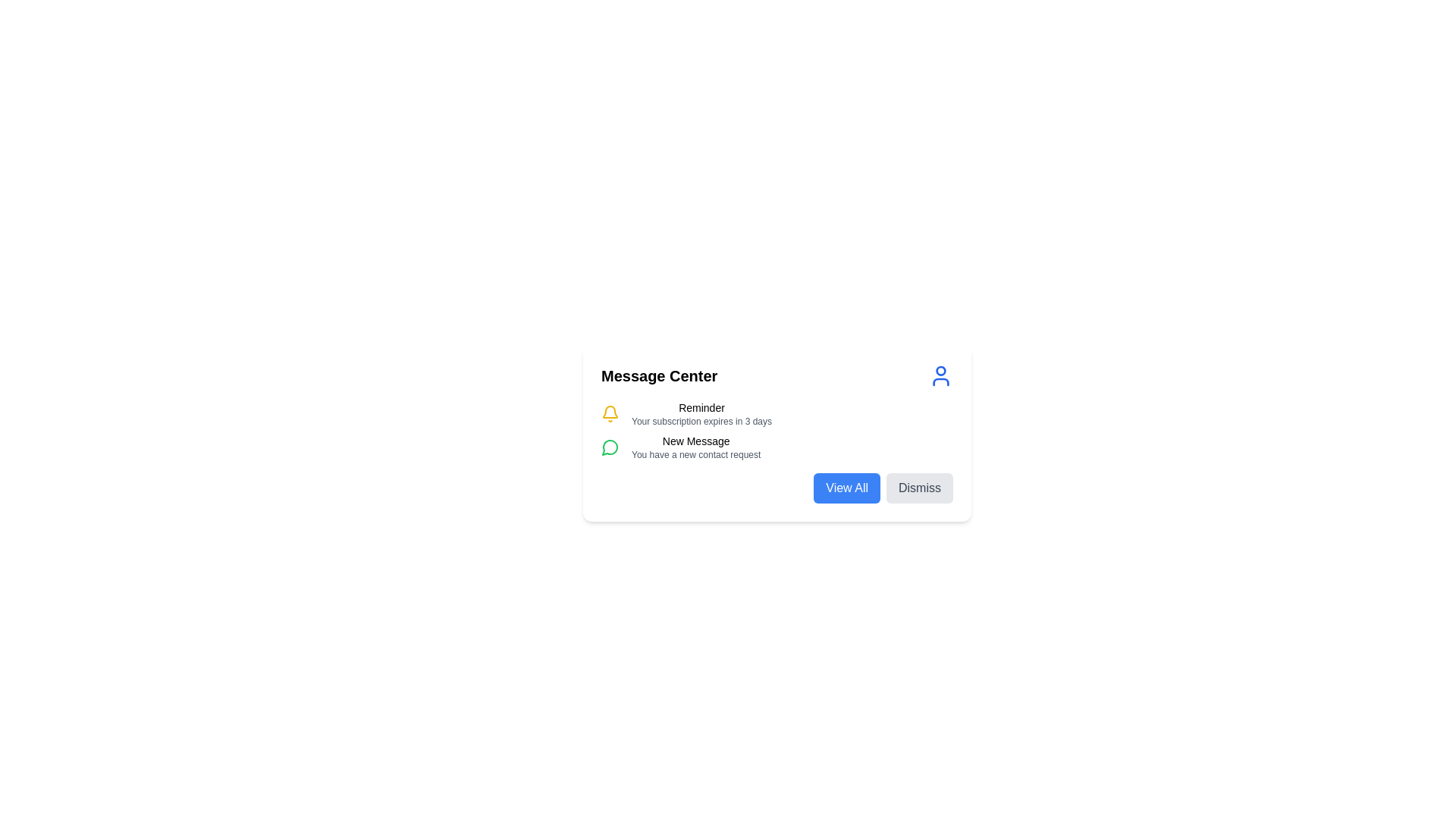 The image size is (1456, 819). I want to click on the notification label that indicates the presence of a new message in the application, located in the bottom right quadrant of the interface under the 'Reminder' section, so click(695, 441).